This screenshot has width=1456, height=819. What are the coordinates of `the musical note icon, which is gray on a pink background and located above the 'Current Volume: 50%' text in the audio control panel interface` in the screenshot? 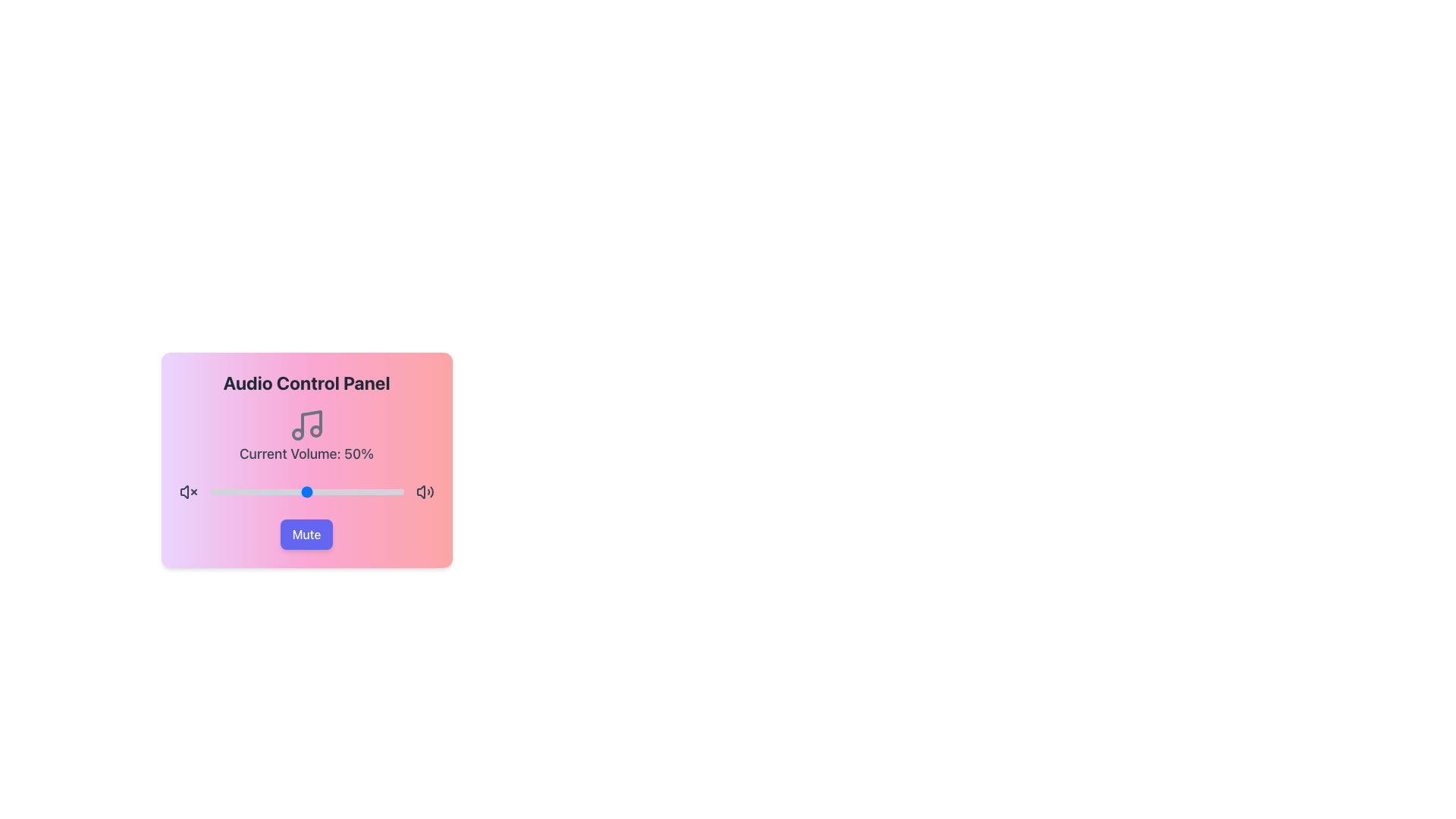 It's located at (306, 425).